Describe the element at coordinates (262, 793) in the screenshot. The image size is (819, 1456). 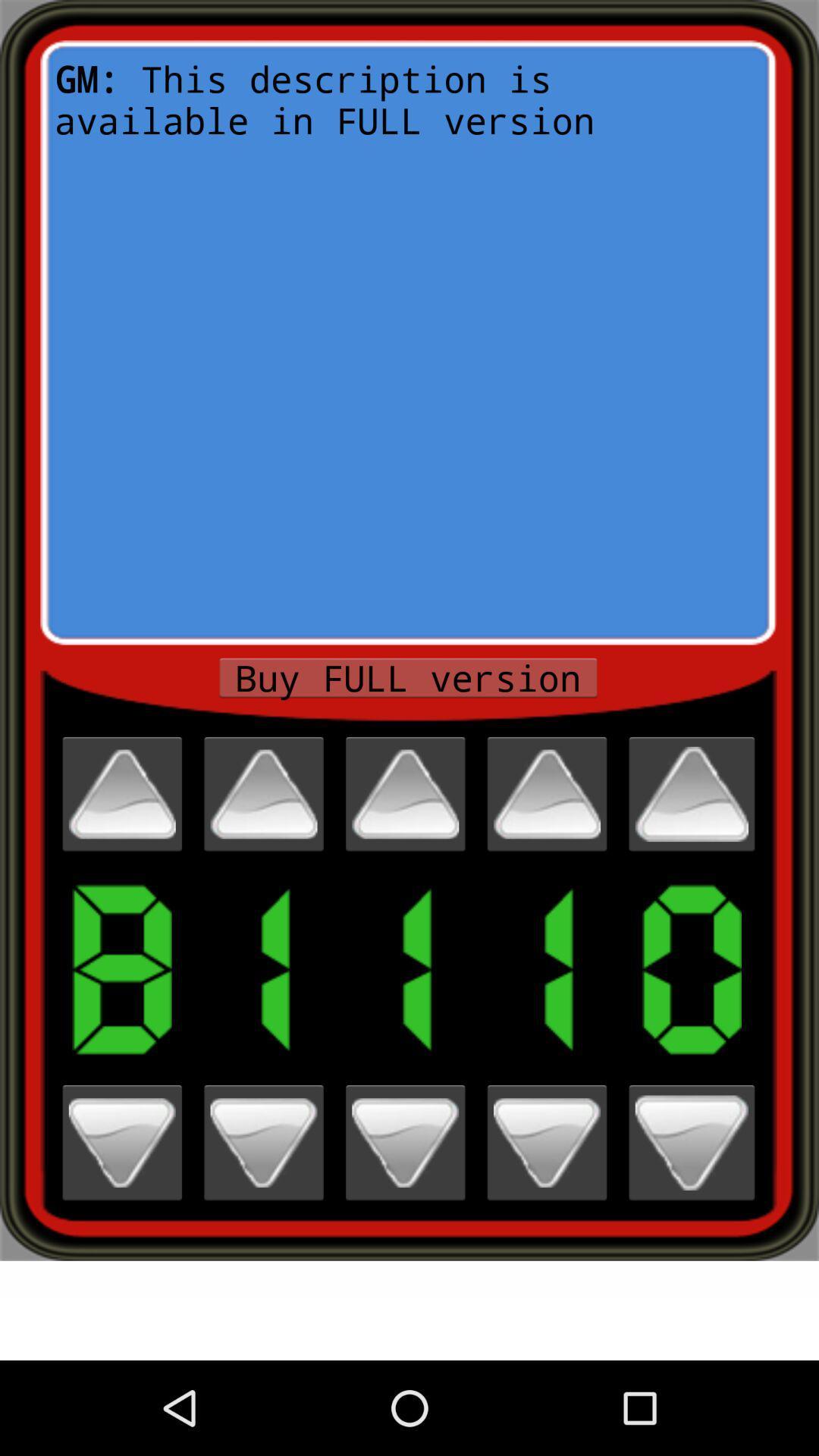
I see `increase counter` at that location.